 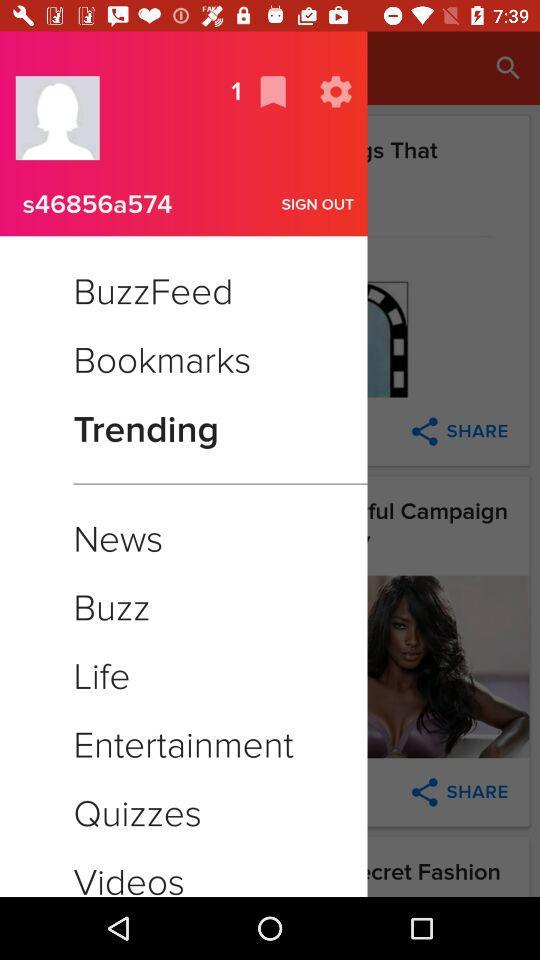 I want to click on contact icon beside 1, so click(x=57, y=117).